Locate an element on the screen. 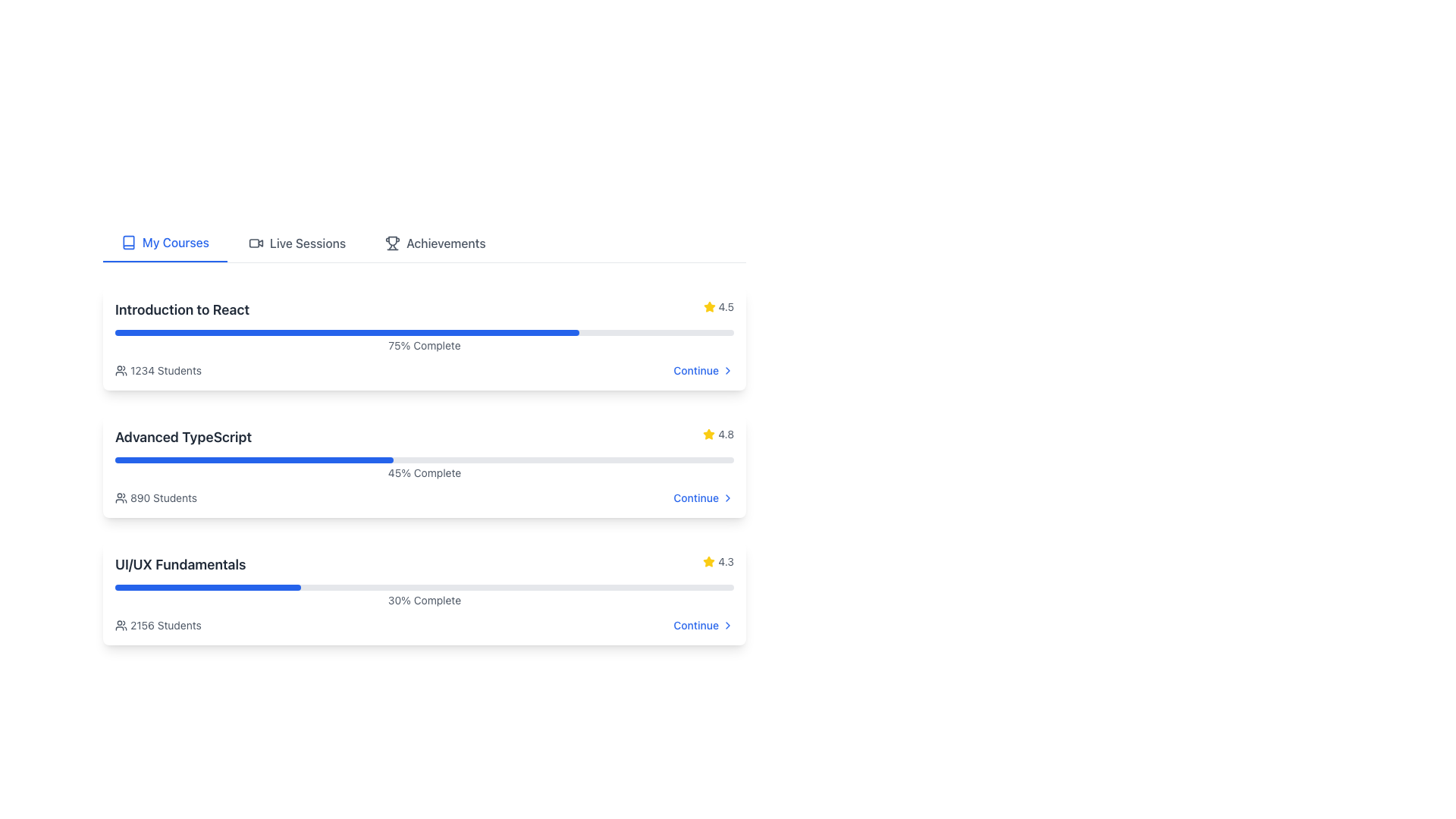  the rating icon representing user feedback score located in the rating section of the 'Introduction to React' card, positioned to the left of the '4.5' text is located at coordinates (708, 307).